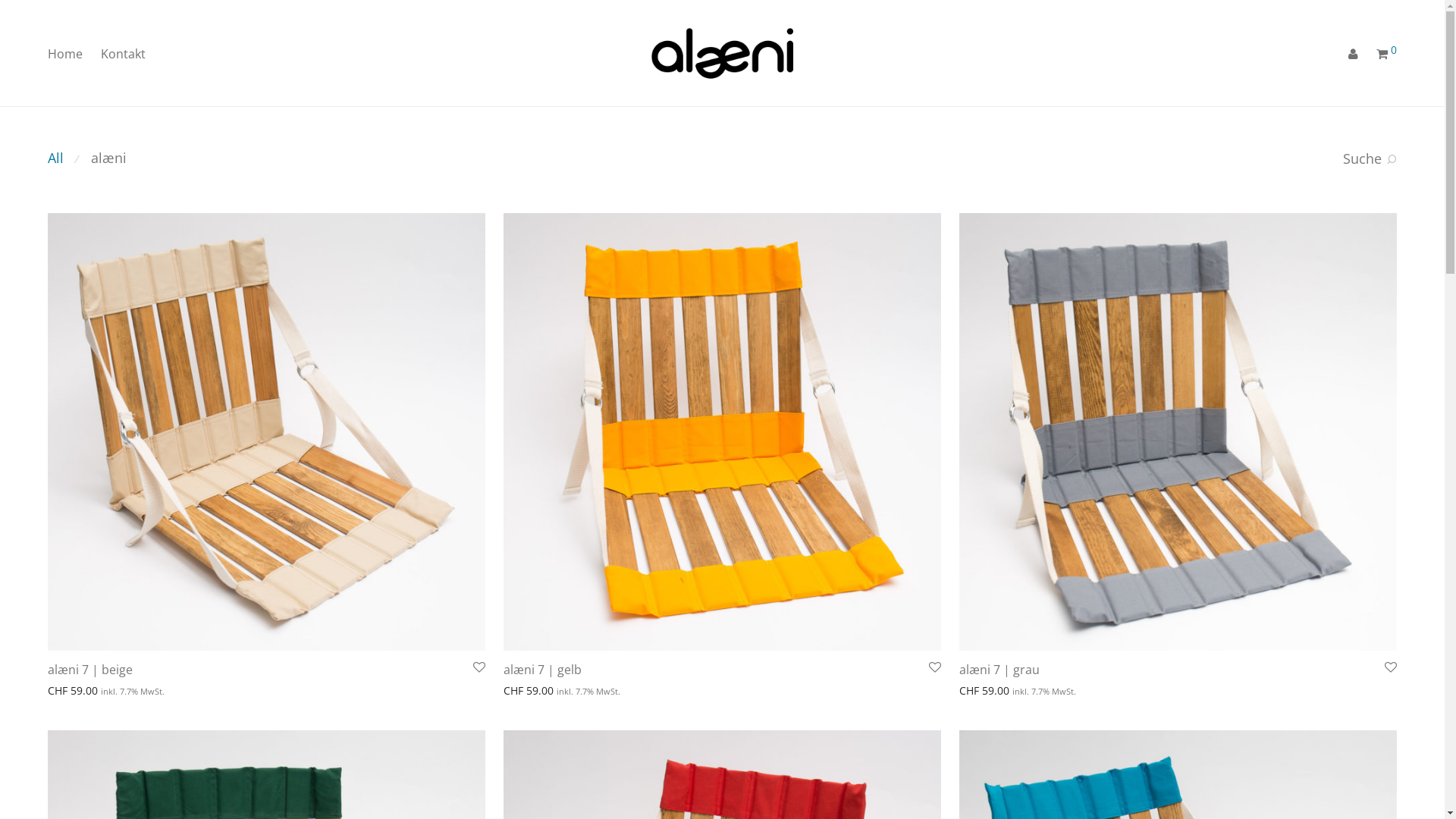 The height and width of the screenshot is (819, 1456). What do you see at coordinates (55, 158) in the screenshot?
I see `'All'` at bounding box center [55, 158].